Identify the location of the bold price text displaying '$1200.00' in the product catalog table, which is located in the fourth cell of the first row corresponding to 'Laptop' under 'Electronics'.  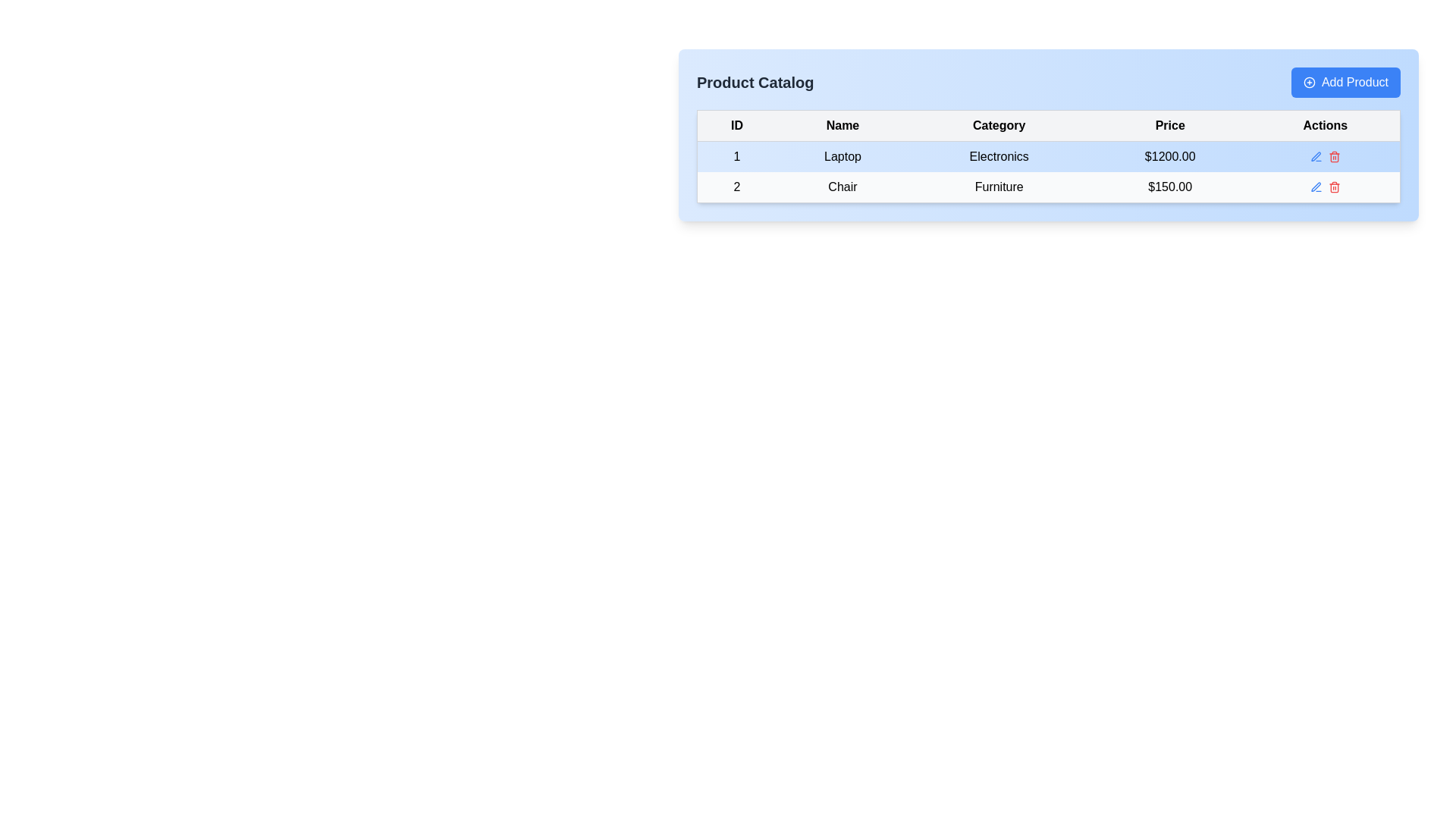
(1169, 156).